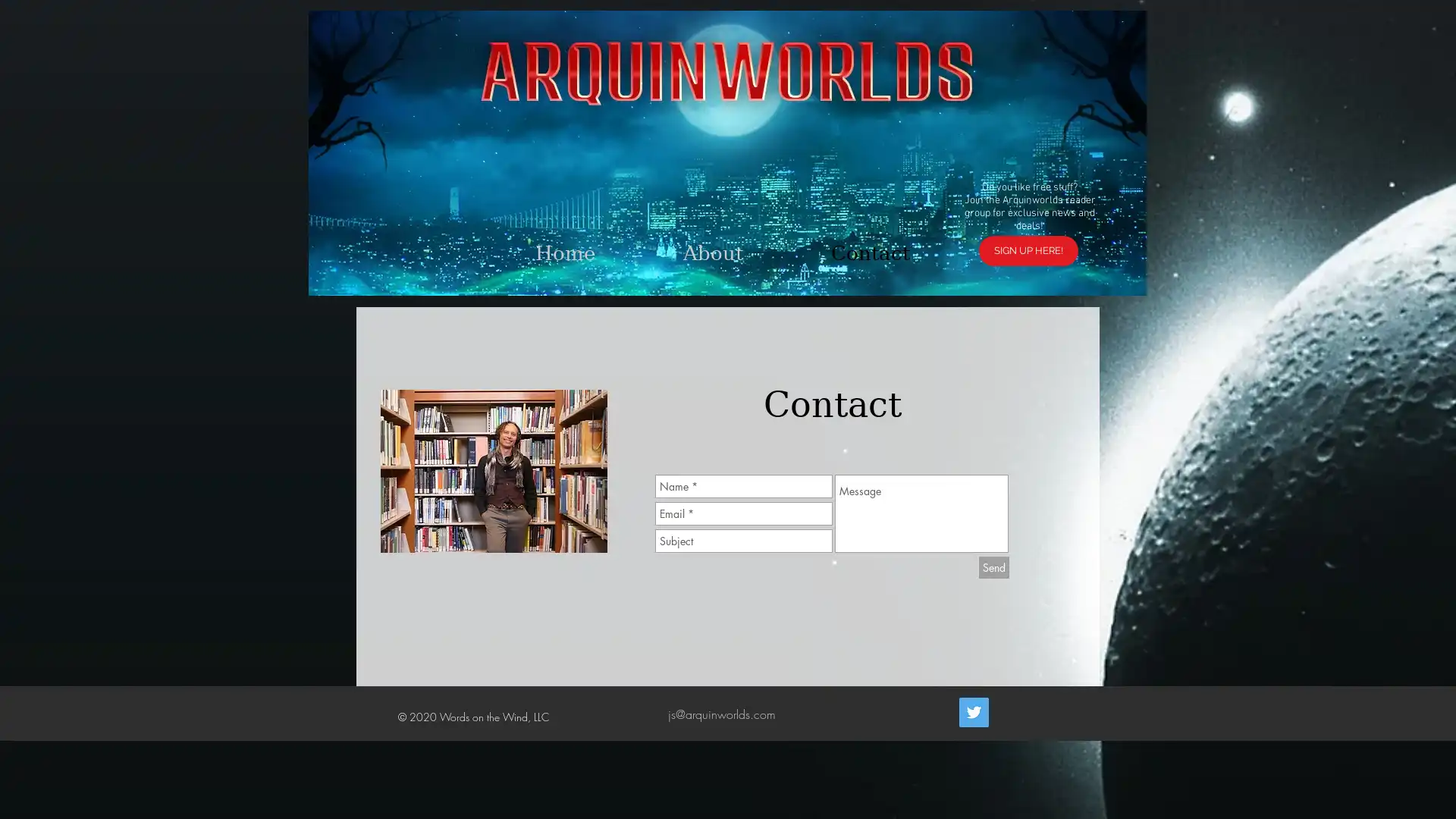  What do you see at coordinates (993, 567) in the screenshot?
I see `Send` at bounding box center [993, 567].